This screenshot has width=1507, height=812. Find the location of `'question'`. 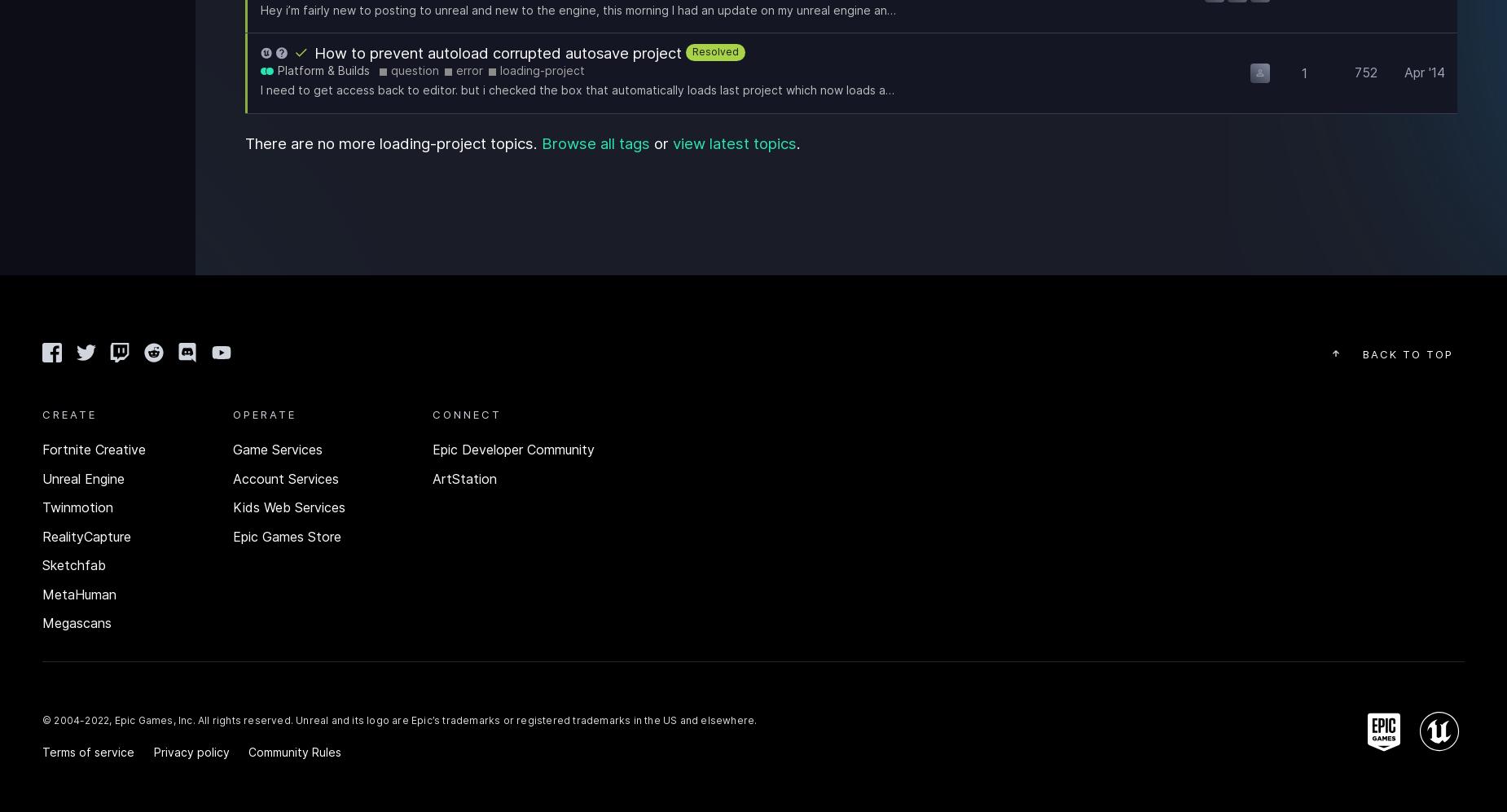

'question' is located at coordinates (415, 70).